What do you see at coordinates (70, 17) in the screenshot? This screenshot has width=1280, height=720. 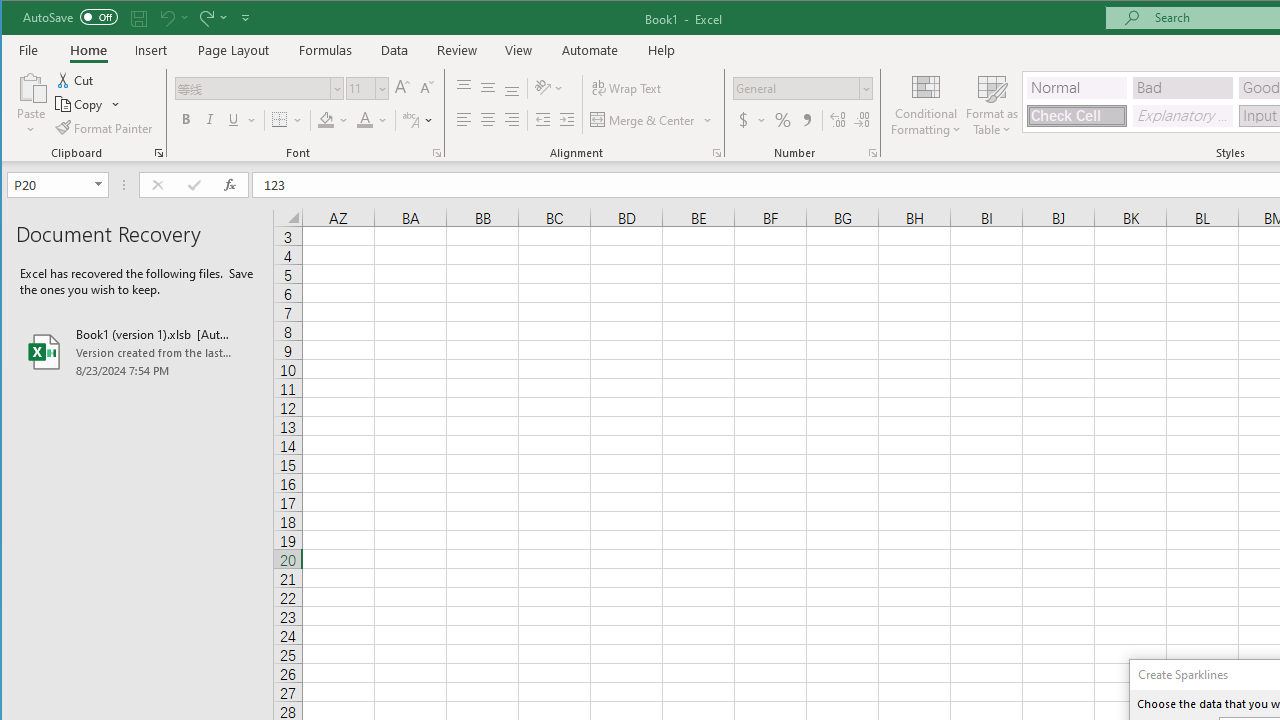 I see `'AutoSave'` at bounding box center [70, 17].